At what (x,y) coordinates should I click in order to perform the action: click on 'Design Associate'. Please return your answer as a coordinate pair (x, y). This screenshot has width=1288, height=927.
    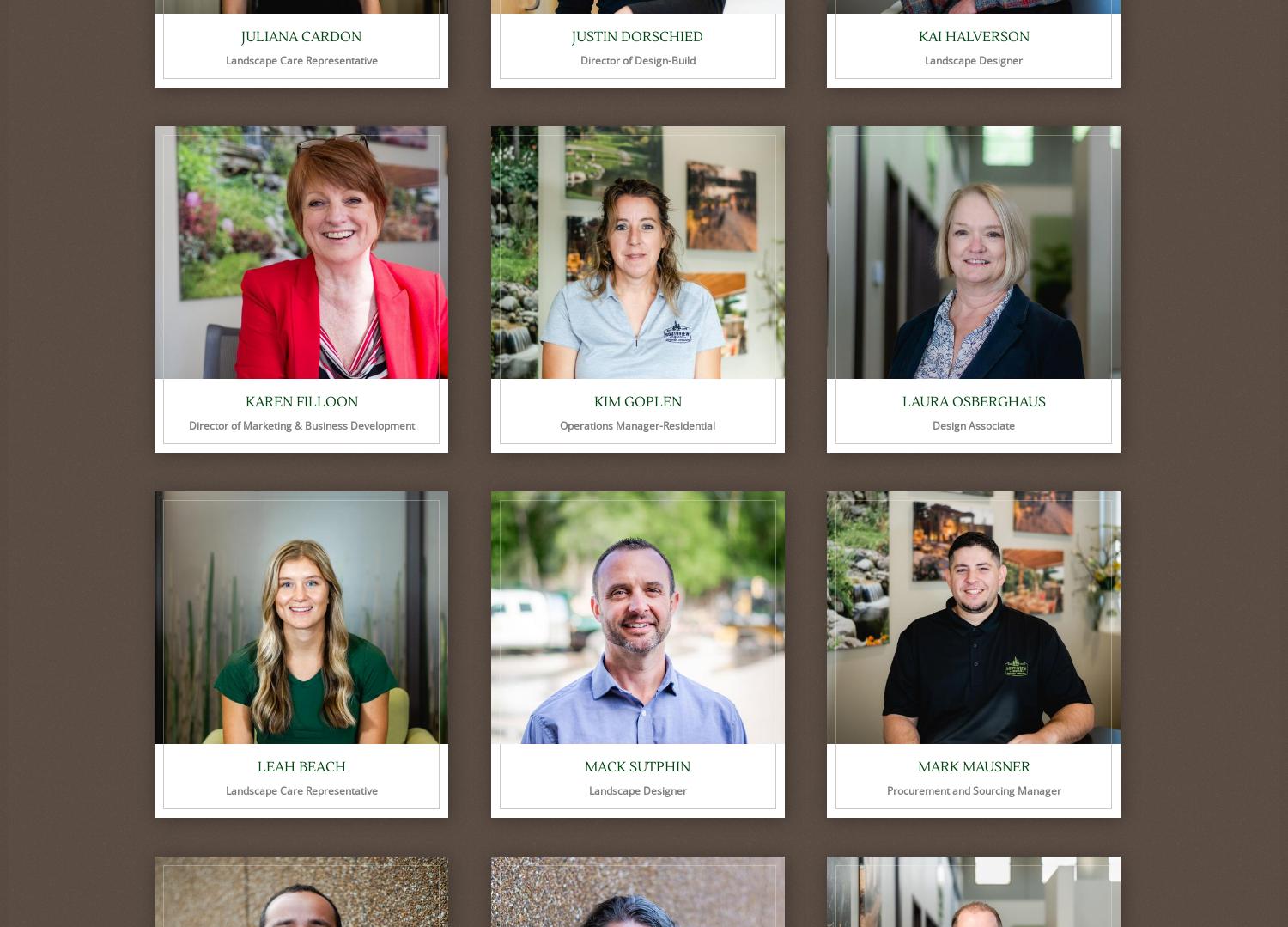
    Looking at the image, I should click on (974, 424).